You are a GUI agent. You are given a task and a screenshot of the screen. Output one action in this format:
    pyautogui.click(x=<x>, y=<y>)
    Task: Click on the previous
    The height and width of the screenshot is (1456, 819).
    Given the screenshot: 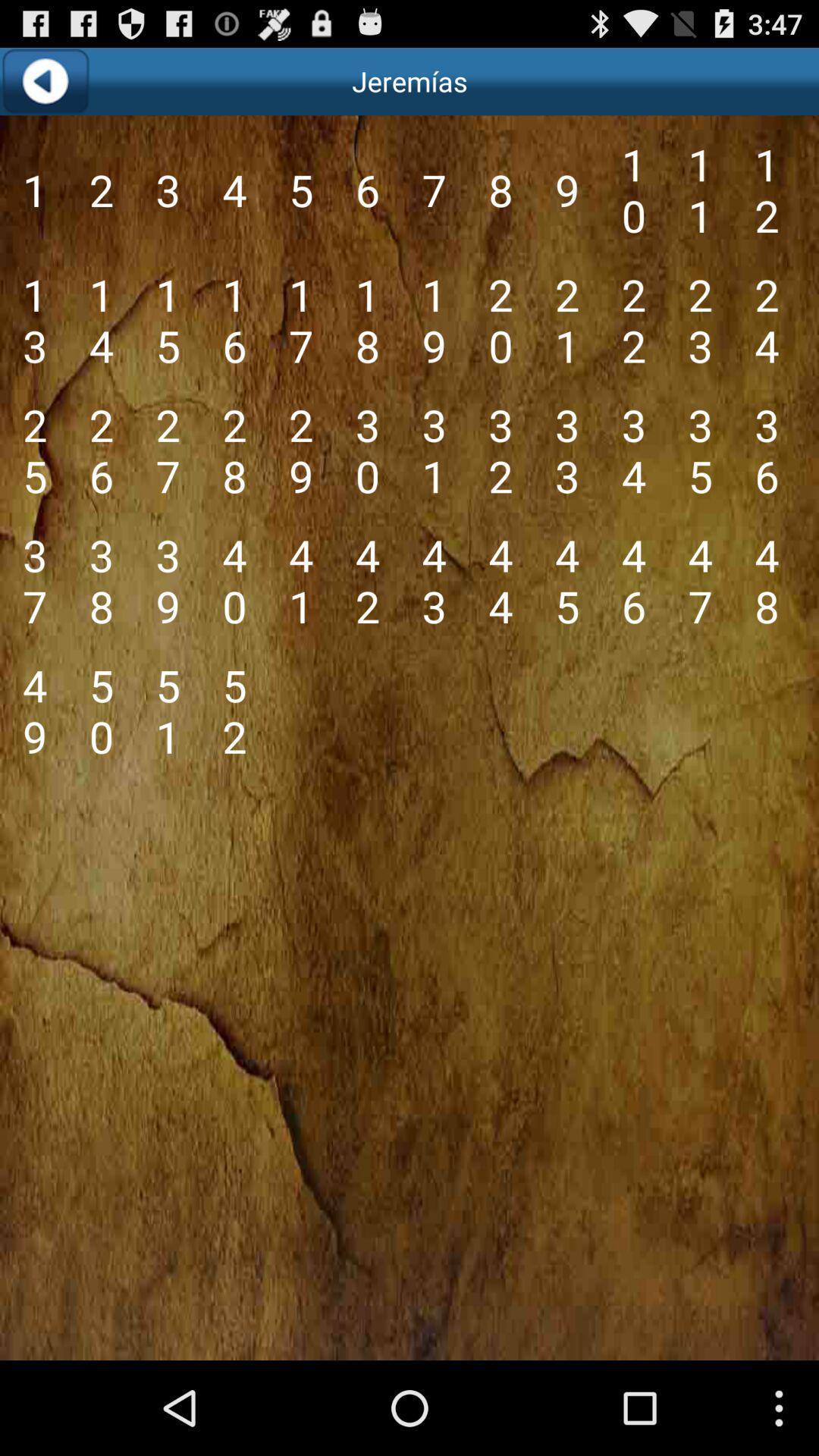 What is the action you would take?
    pyautogui.click(x=44, y=80)
    